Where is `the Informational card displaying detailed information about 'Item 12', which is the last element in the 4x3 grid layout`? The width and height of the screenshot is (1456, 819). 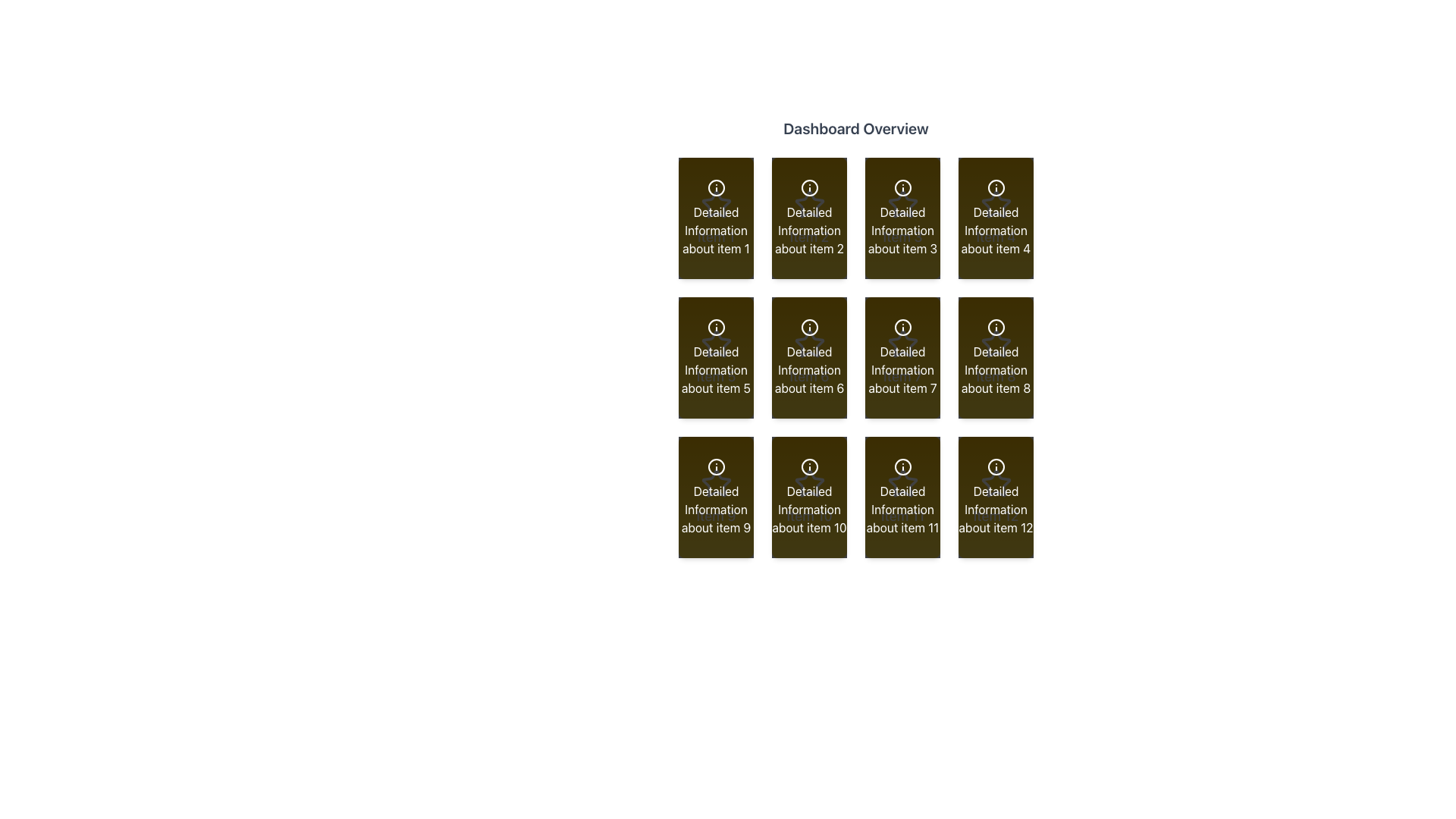 the Informational card displaying detailed information about 'Item 12', which is the last element in the 4x3 grid layout is located at coordinates (996, 497).